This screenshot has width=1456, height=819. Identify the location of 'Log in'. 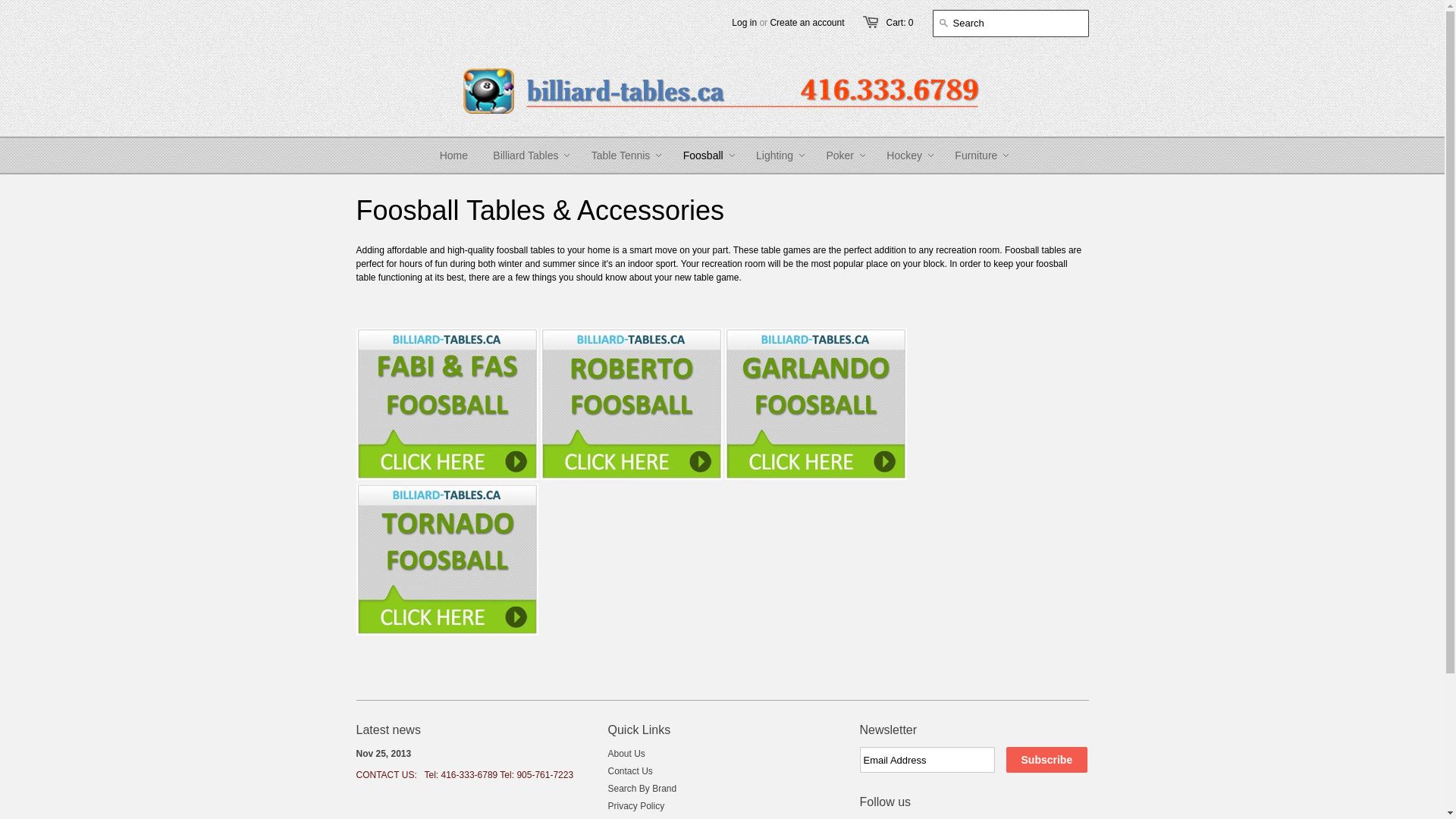
(744, 23).